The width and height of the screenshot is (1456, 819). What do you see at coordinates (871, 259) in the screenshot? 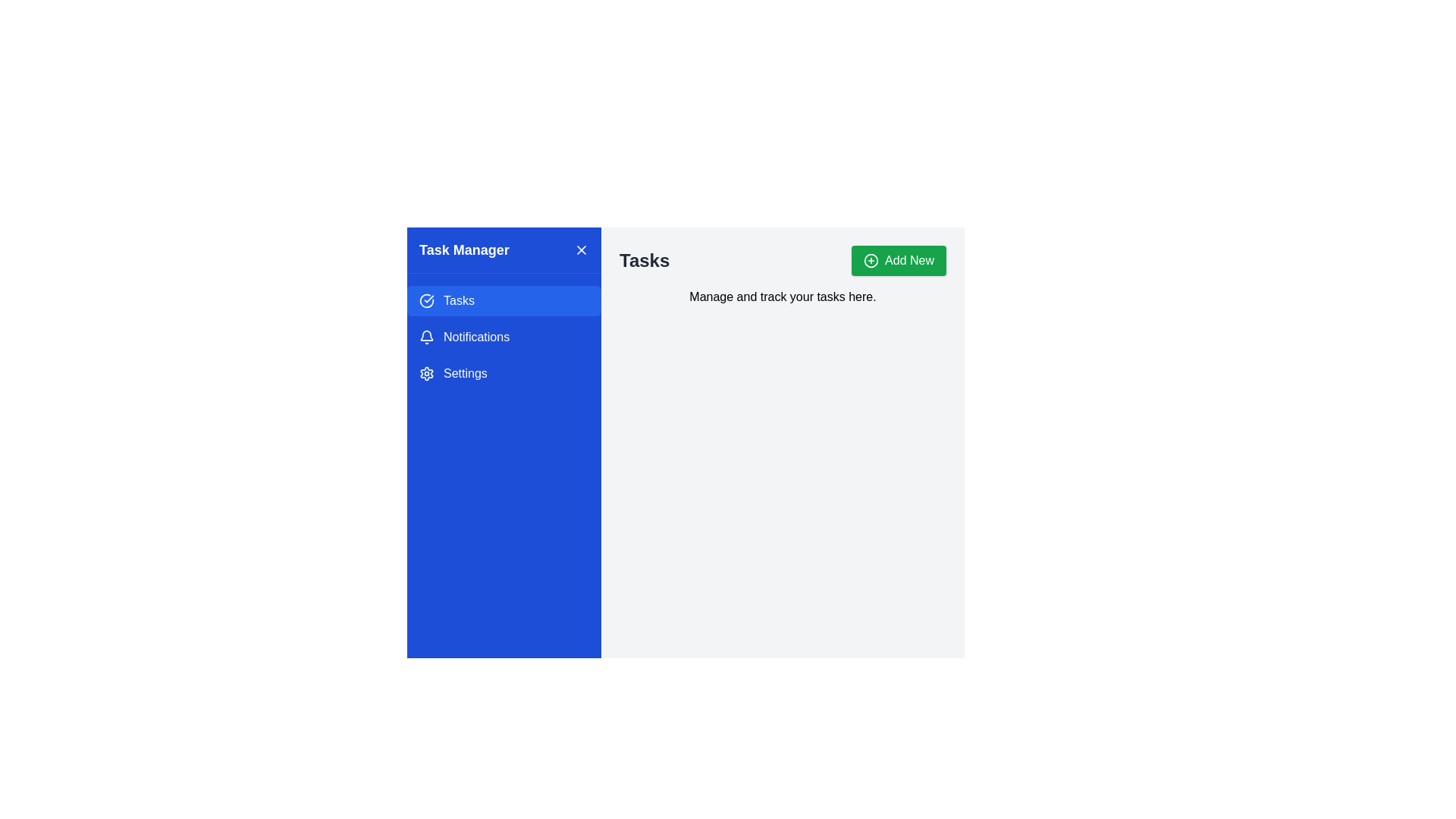
I see `the Icon (Circle component) representing the outer circular part of the 'Add New' button located in the top-right section of the interface` at bounding box center [871, 259].